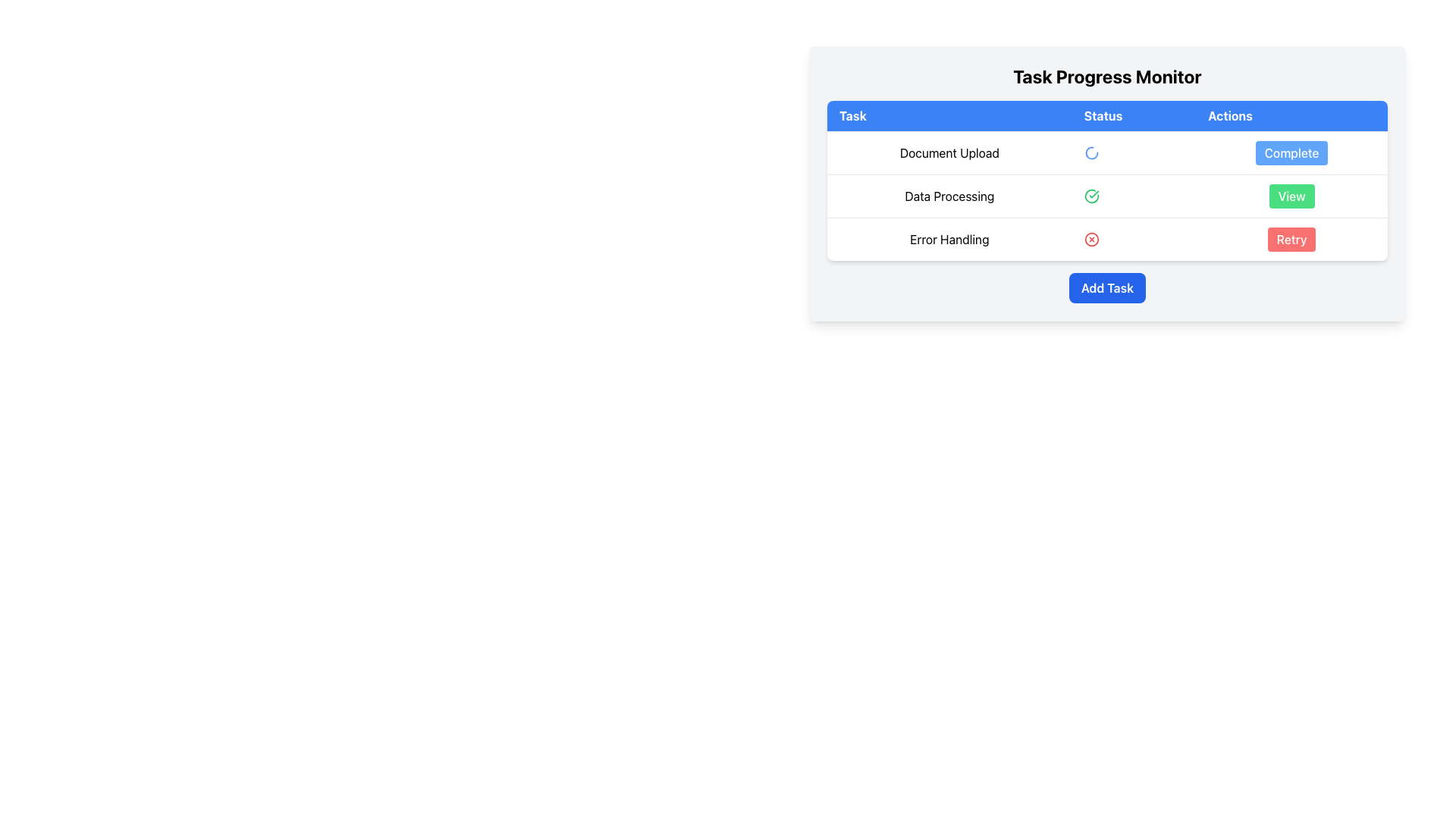 The height and width of the screenshot is (819, 1456). What do you see at coordinates (1090, 195) in the screenshot?
I see `the status indicated by the green checkmark icon in the second row of the 'Task Progress Monitor' table under the 'Status' column` at bounding box center [1090, 195].